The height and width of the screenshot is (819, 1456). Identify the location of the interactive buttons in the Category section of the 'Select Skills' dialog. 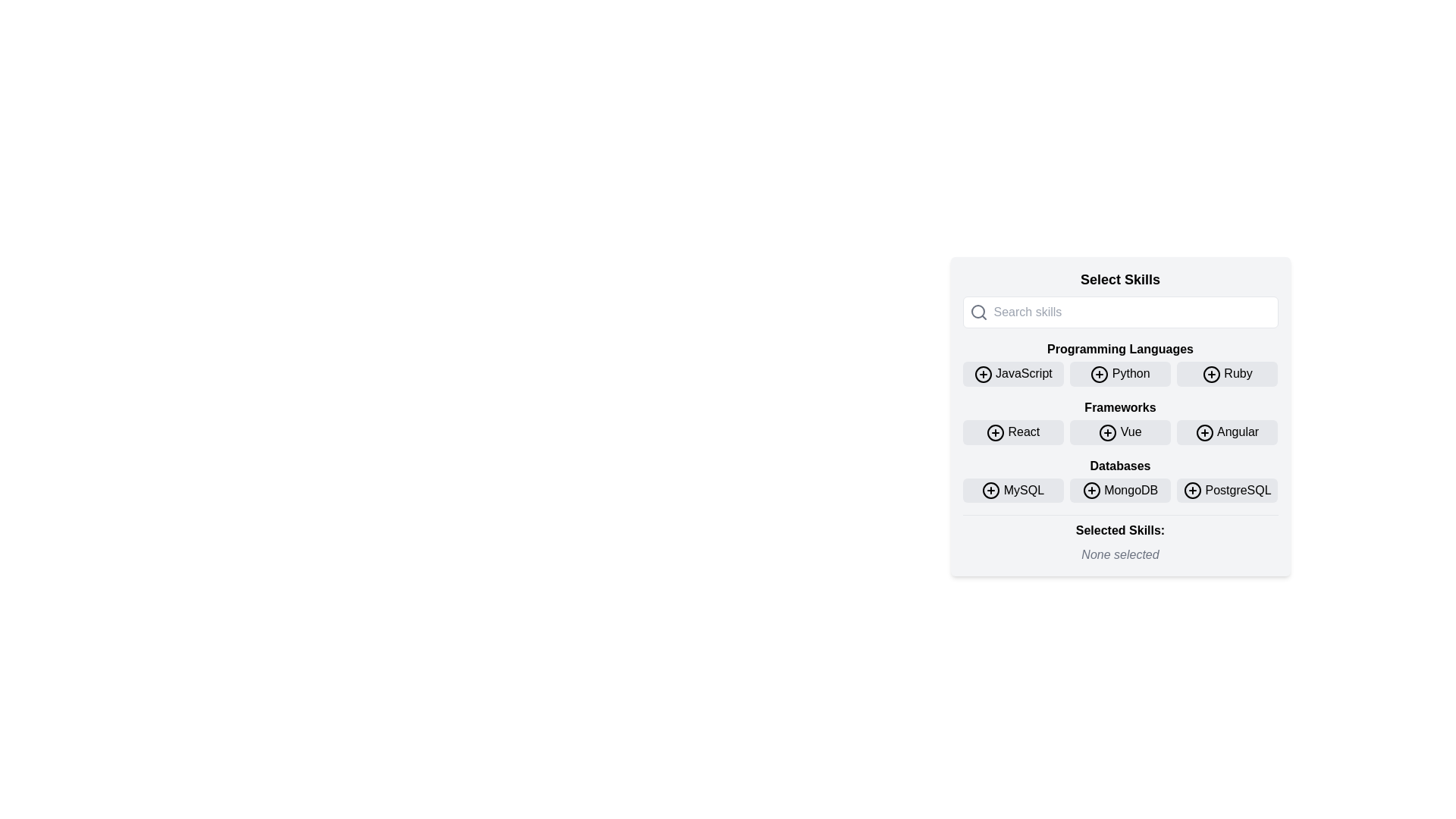
(1120, 479).